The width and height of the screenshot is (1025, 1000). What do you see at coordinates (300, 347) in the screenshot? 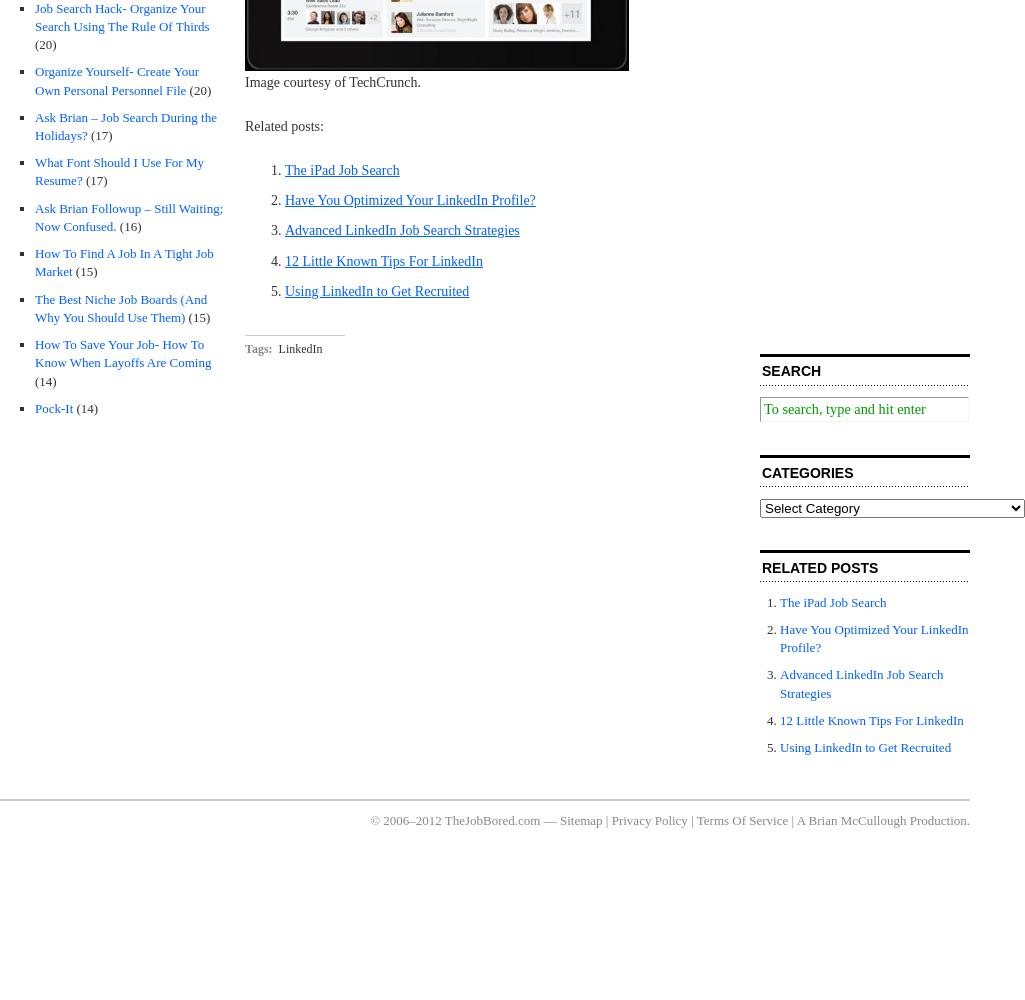
I see `'LinkedIn'` at bounding box center [300, 347].